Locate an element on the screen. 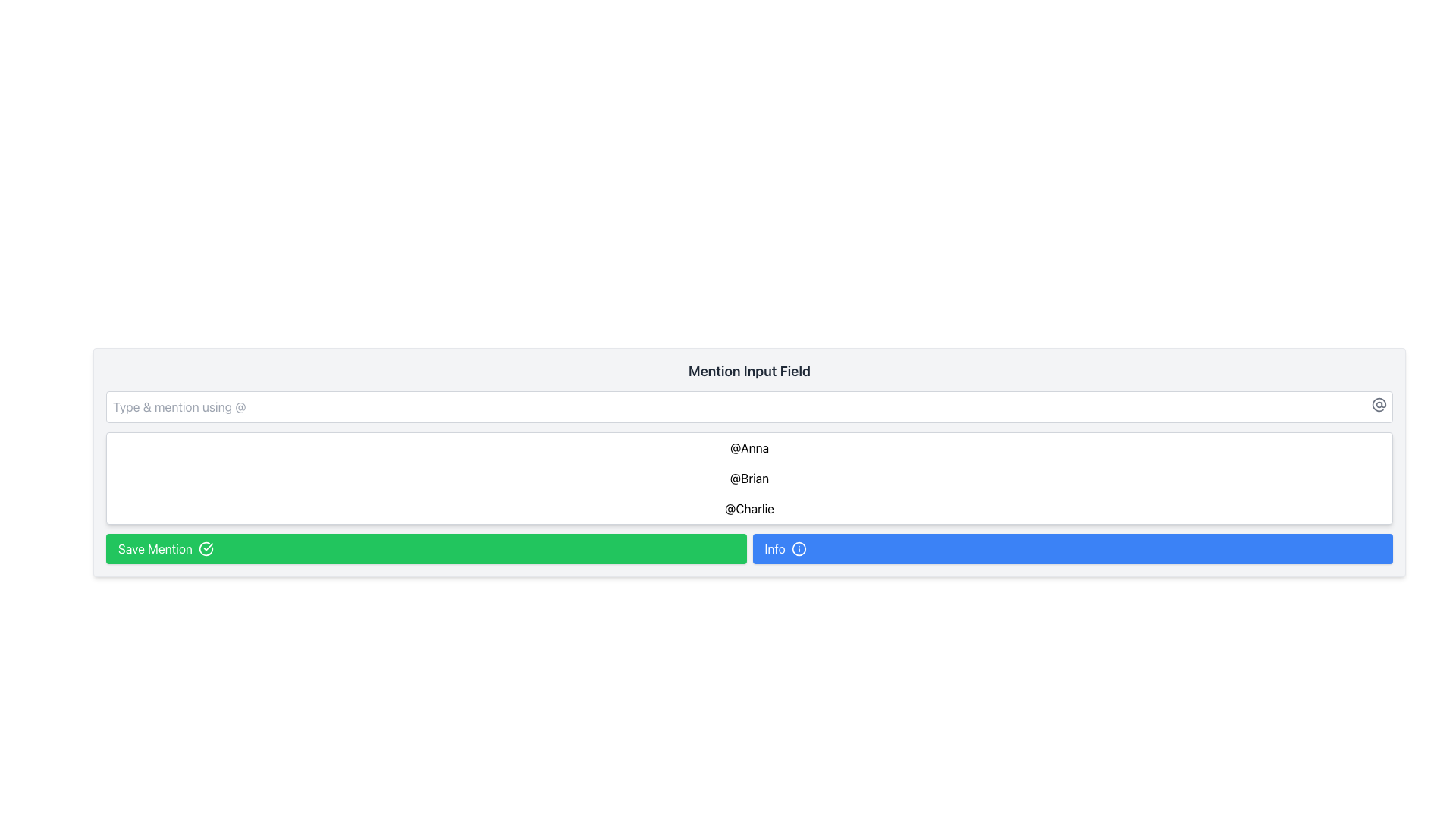 This screenshot has height=819, width=1456. the save button located to the left of the 'Info' button, which has a blue background, to trigger visual feedback is located at coordinates (425, 549).